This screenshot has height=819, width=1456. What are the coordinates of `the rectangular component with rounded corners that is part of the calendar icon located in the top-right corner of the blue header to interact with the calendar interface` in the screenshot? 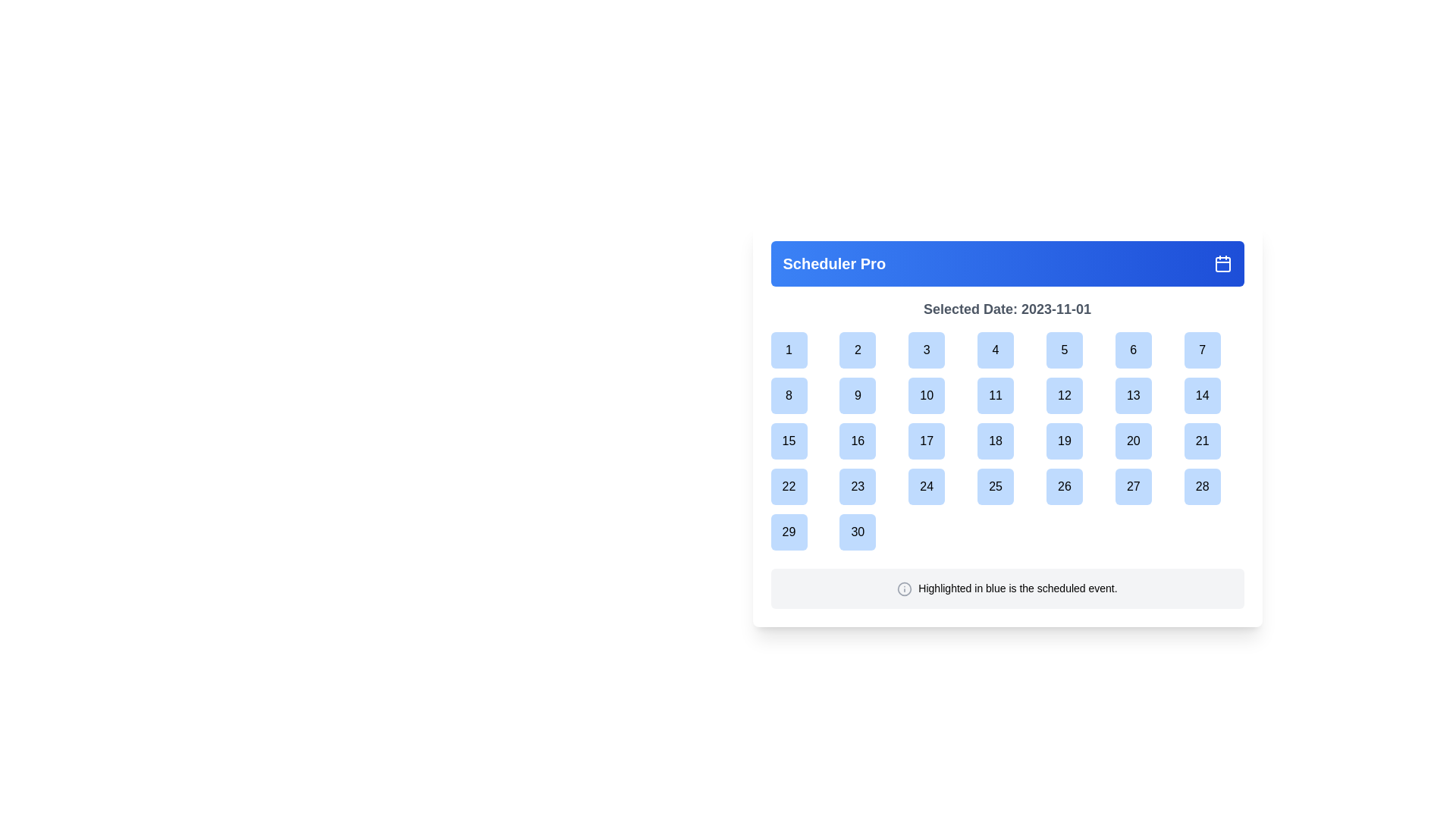 It's located at (1222, 263).